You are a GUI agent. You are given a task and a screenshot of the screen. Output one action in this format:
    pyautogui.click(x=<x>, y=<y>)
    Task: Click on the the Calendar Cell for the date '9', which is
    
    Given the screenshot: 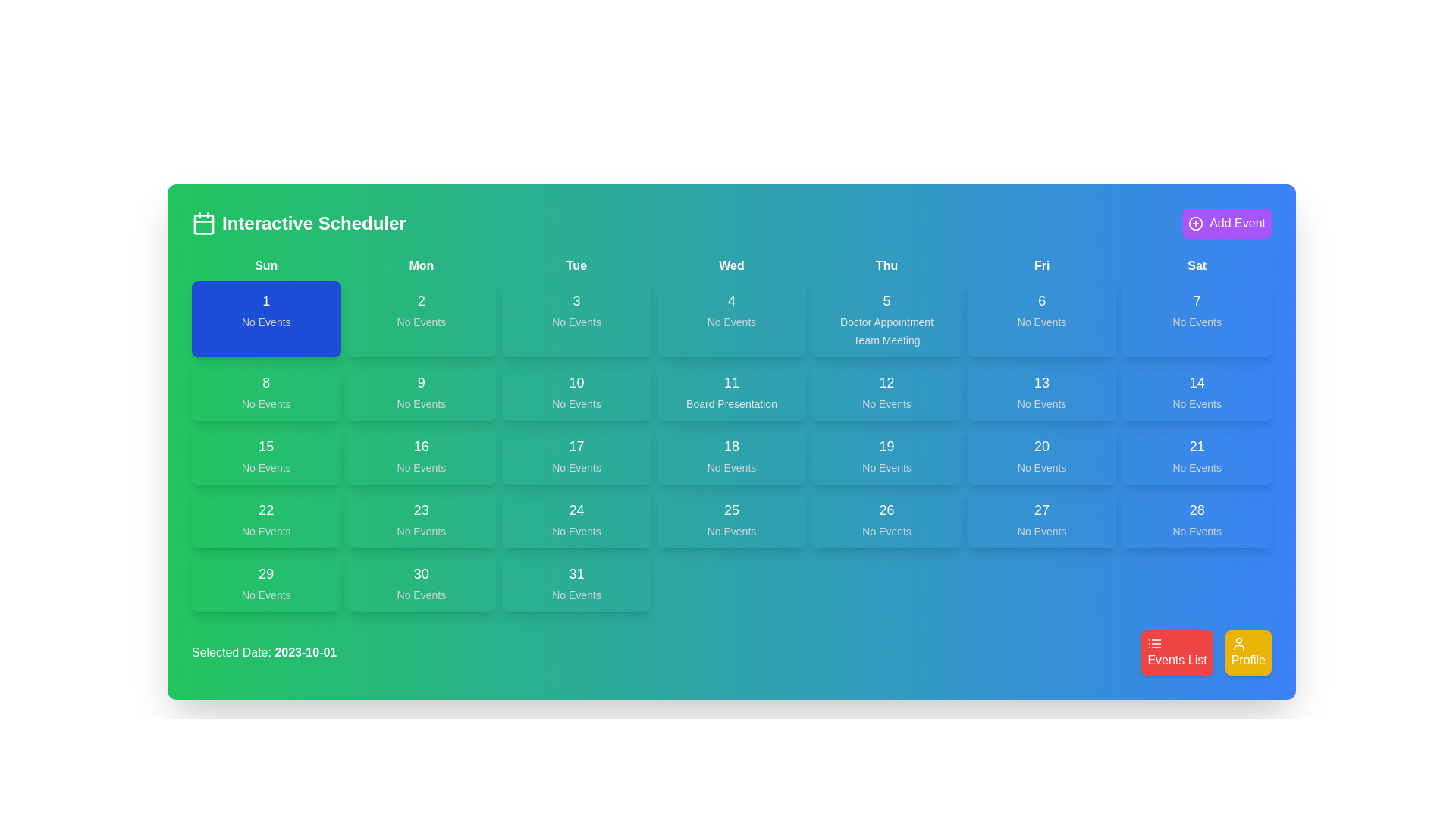 What is the action you would take?
    pyautogui.click(x=421, y=391)
    